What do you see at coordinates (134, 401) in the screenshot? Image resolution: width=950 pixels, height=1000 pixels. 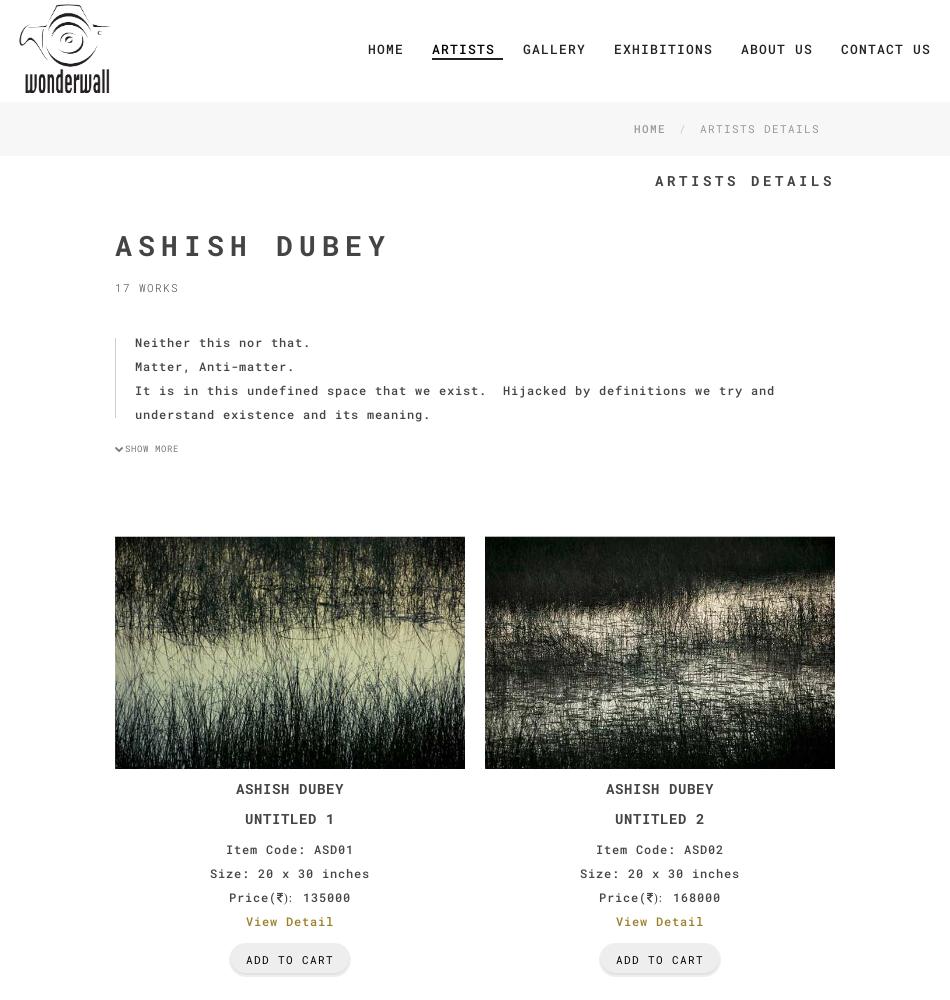 I see `'It is in this undefined space that we exist.  Hijacked by definitions we try and understand existence and its meaning.'` at bounding box center [134, 401].